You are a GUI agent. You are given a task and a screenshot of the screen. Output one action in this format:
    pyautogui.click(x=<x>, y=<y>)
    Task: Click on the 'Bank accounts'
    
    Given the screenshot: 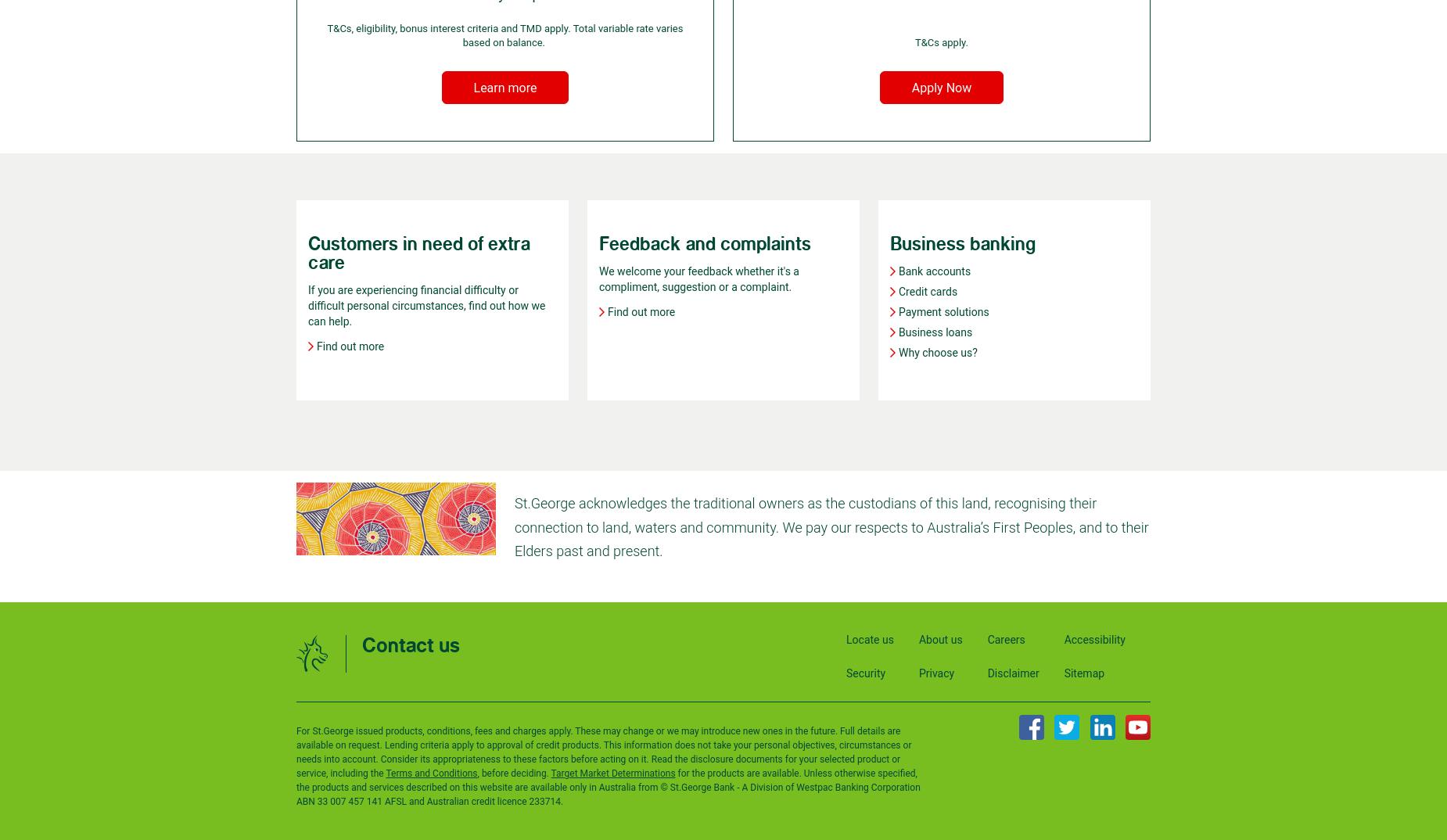 What is the action you would take?
    pyautogui.click(x=933, y=271)
    